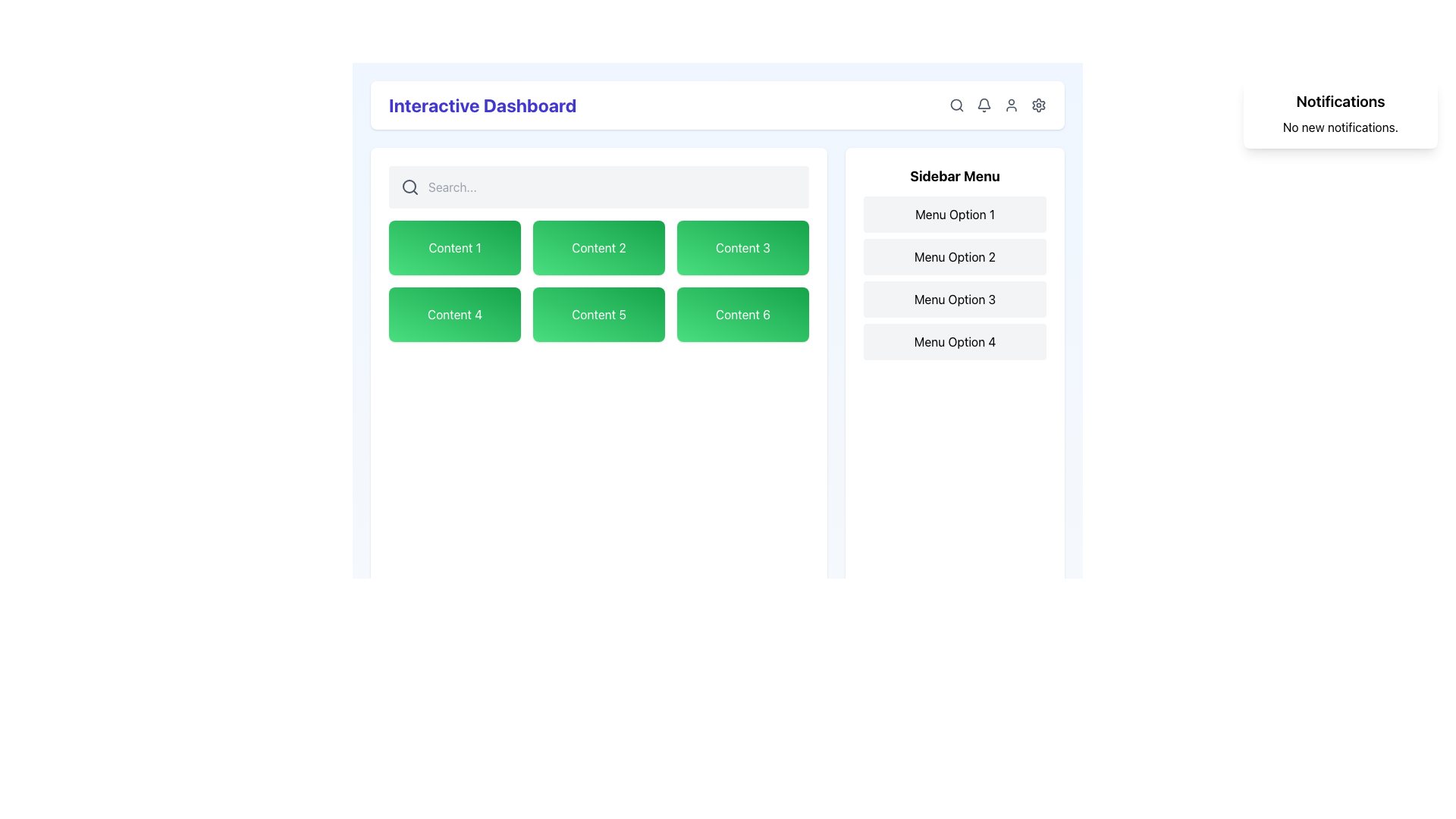  I want to click on the 'Menu Option 1' button in the sidebar menu, so click(954, 214).